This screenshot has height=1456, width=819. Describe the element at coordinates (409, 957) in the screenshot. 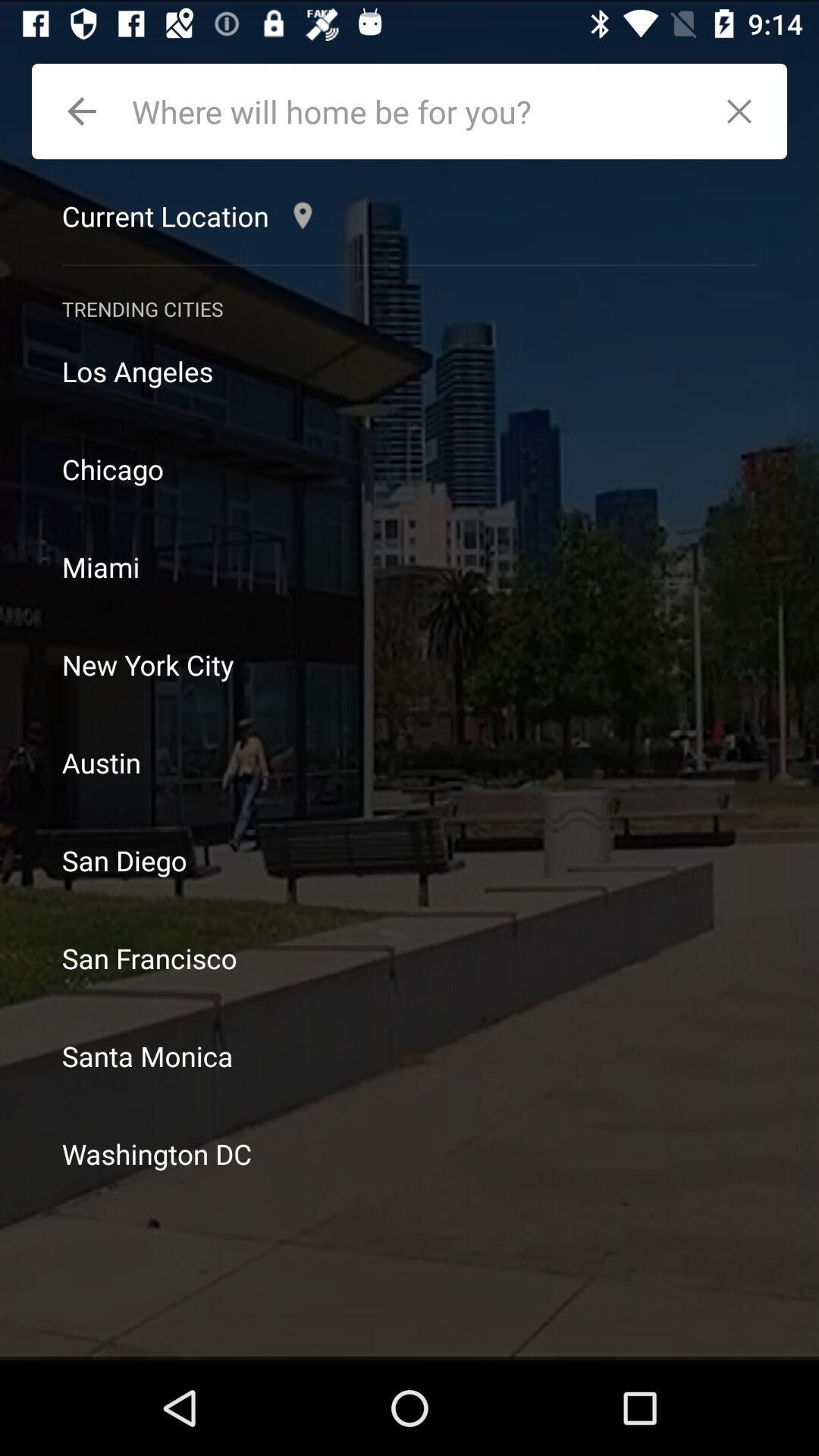

I see `the san francisco icon` at that location.